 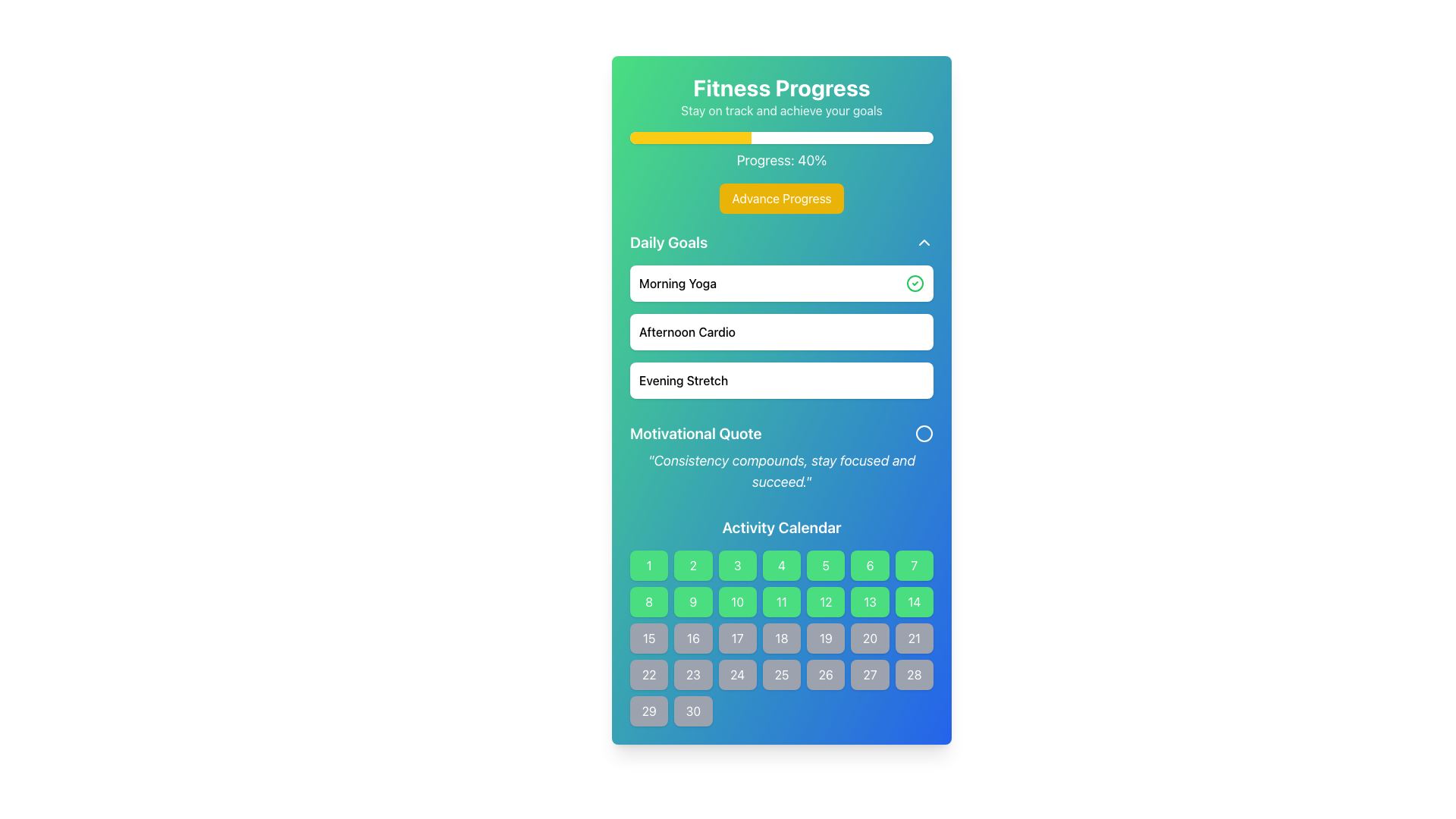 What do you see at coordinates (782, 526) in the screenshot?
I see `the Text Label element that serves as the title for the Activity Calendar, positioned at the top of the calendar section` at bounding box center [782, 526].